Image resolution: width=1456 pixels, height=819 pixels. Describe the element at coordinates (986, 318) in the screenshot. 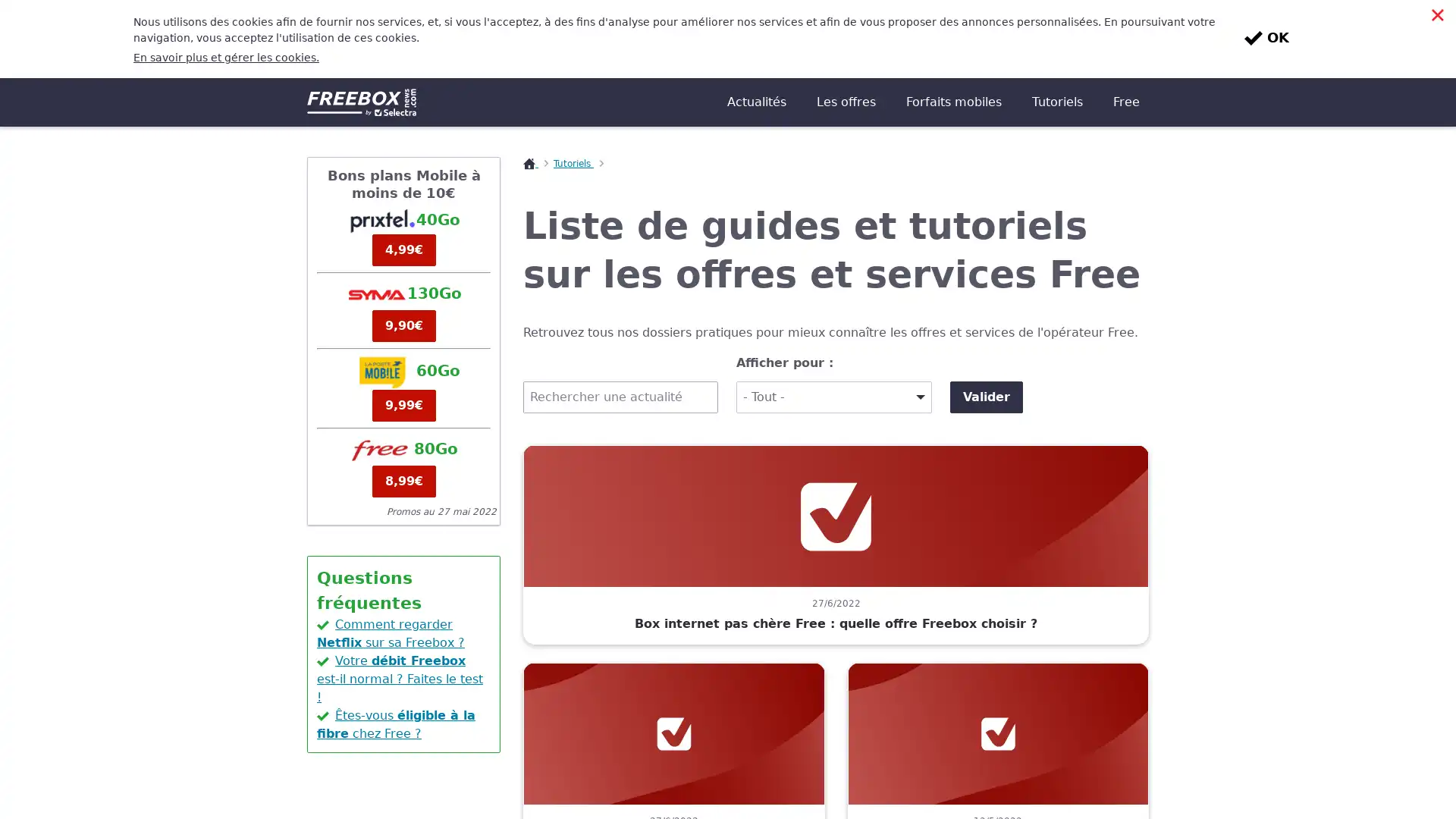

I see `Valider` at that location.